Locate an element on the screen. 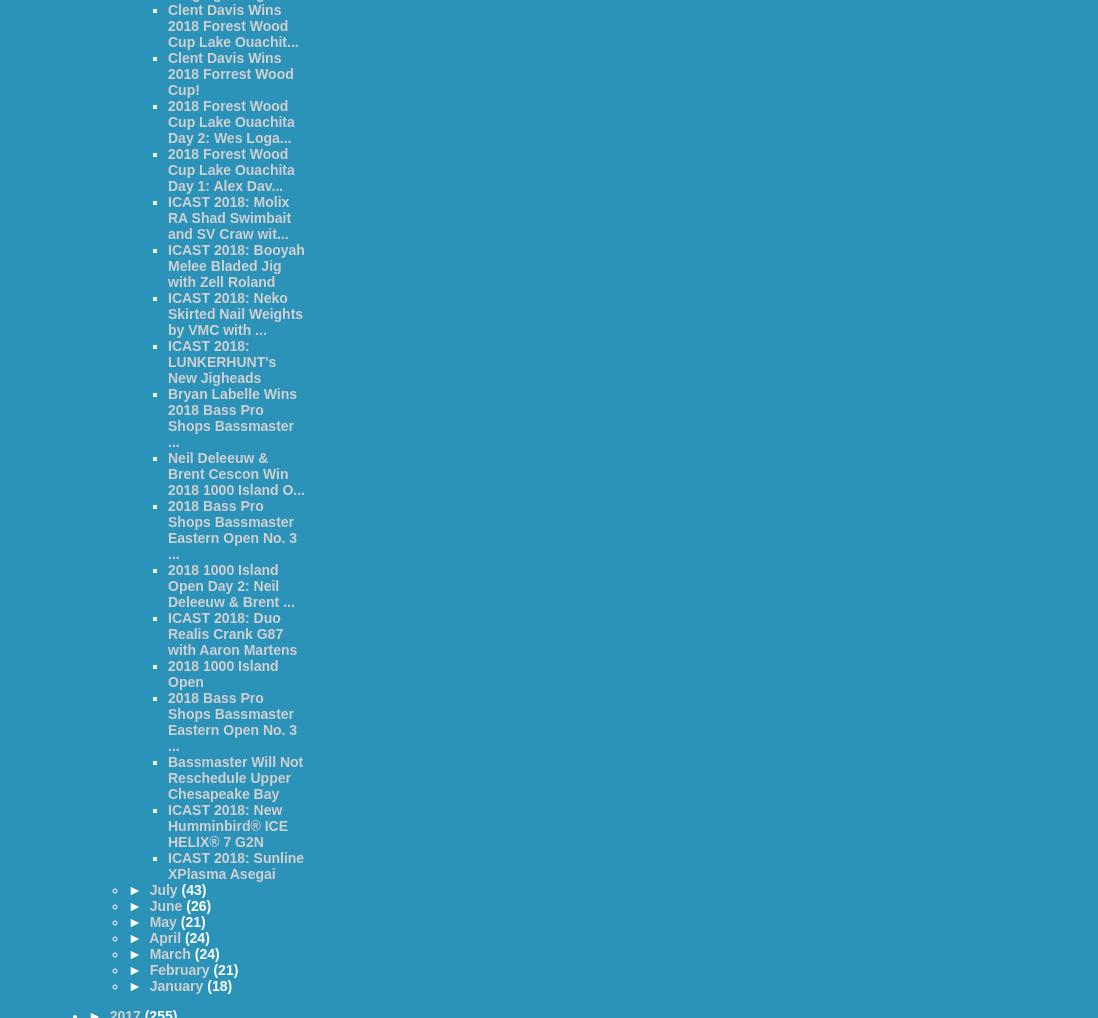 This screenshot has height=1018, width=1098. '(43)' is located at coordinates (192, 890).